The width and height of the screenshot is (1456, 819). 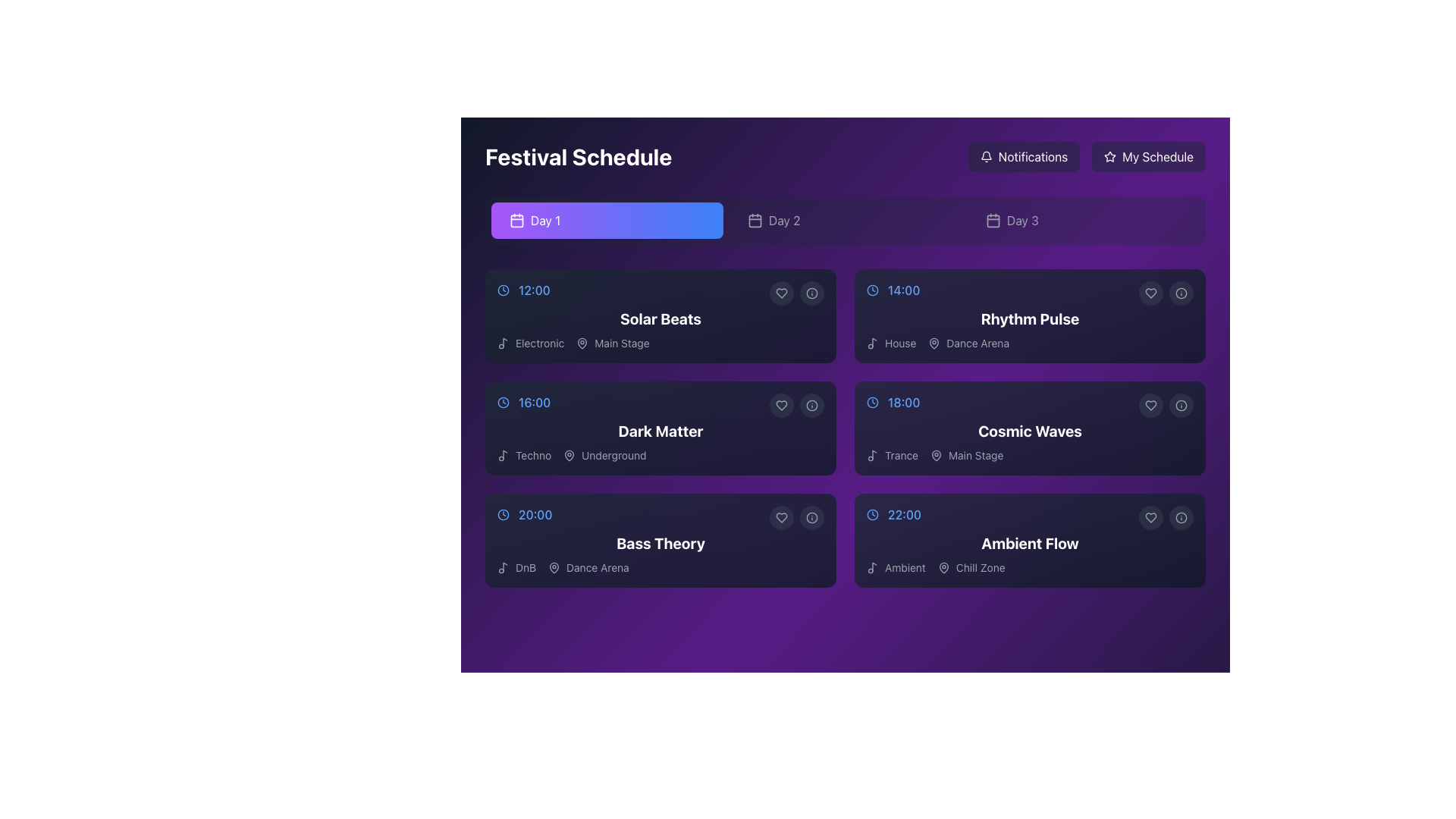 I want to click on the informational or actionable icon located in the top-right corner of the 'Solar Beats' schedule card, next to the heart-shaped icon, so click(x=811, y=293).